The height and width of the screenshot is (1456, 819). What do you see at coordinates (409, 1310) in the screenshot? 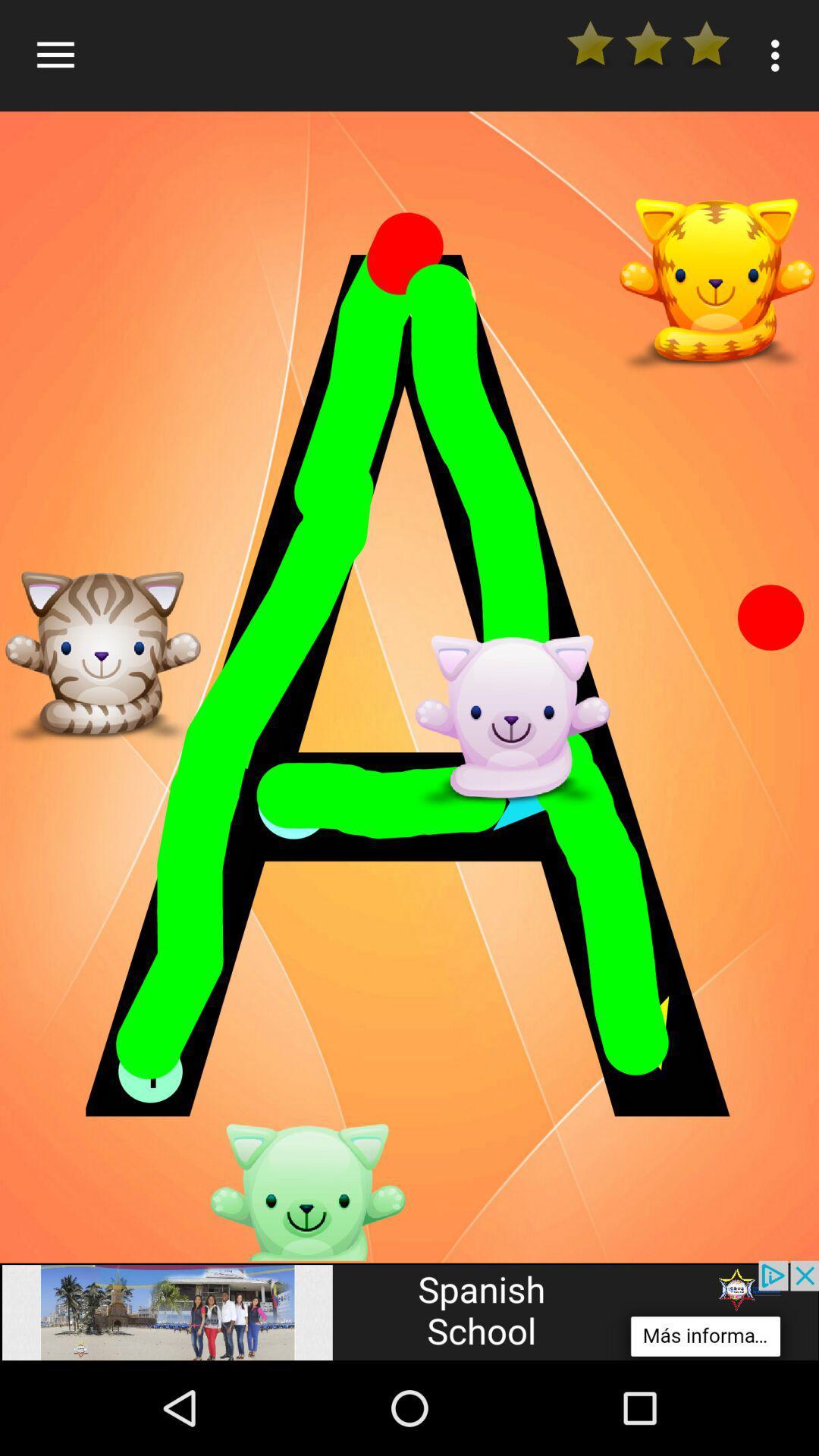
I see `adsence` at bounding box center [409, 1310].